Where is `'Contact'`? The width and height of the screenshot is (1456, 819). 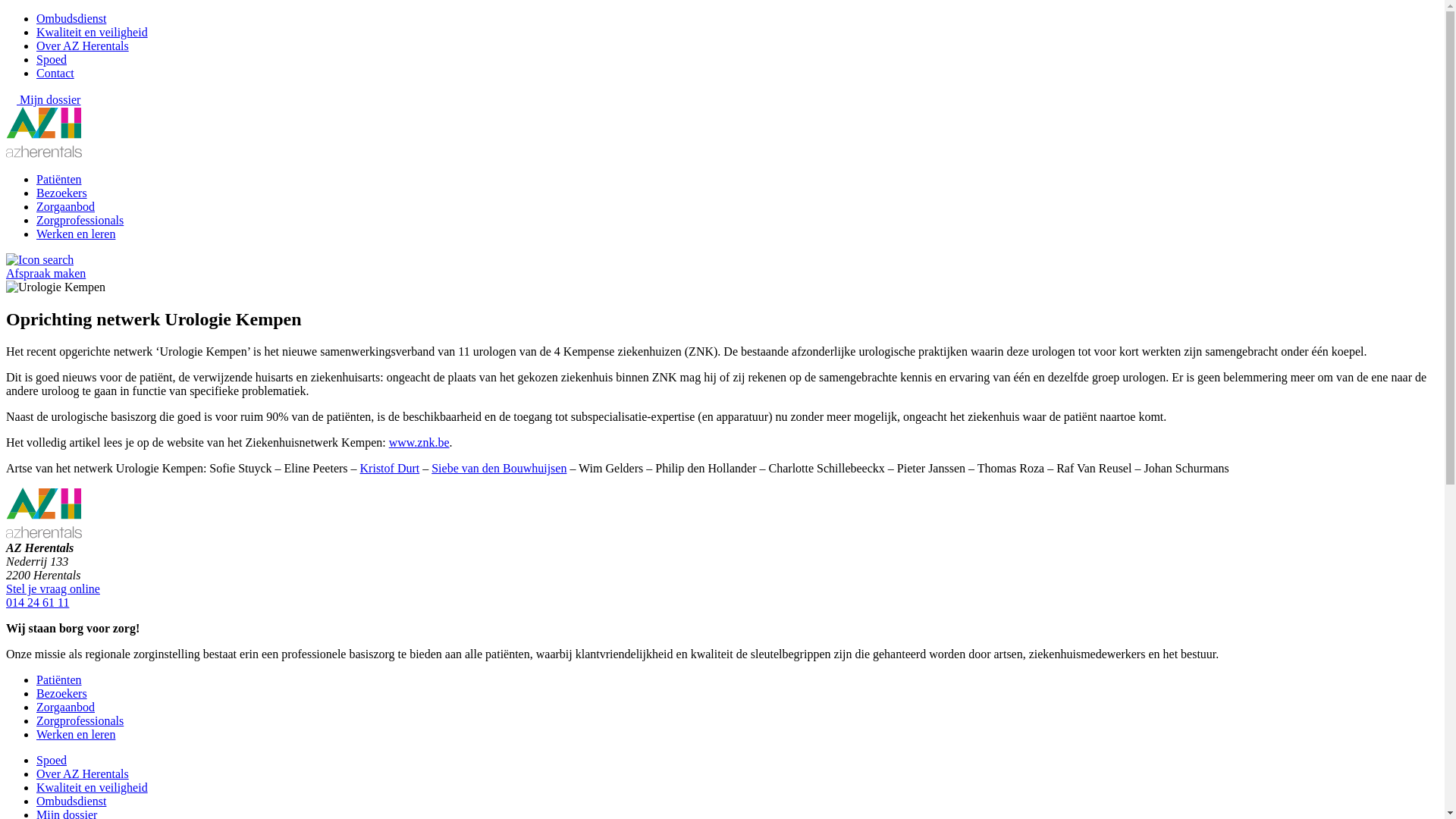 'Contact' is located at coordinates (55, 73).